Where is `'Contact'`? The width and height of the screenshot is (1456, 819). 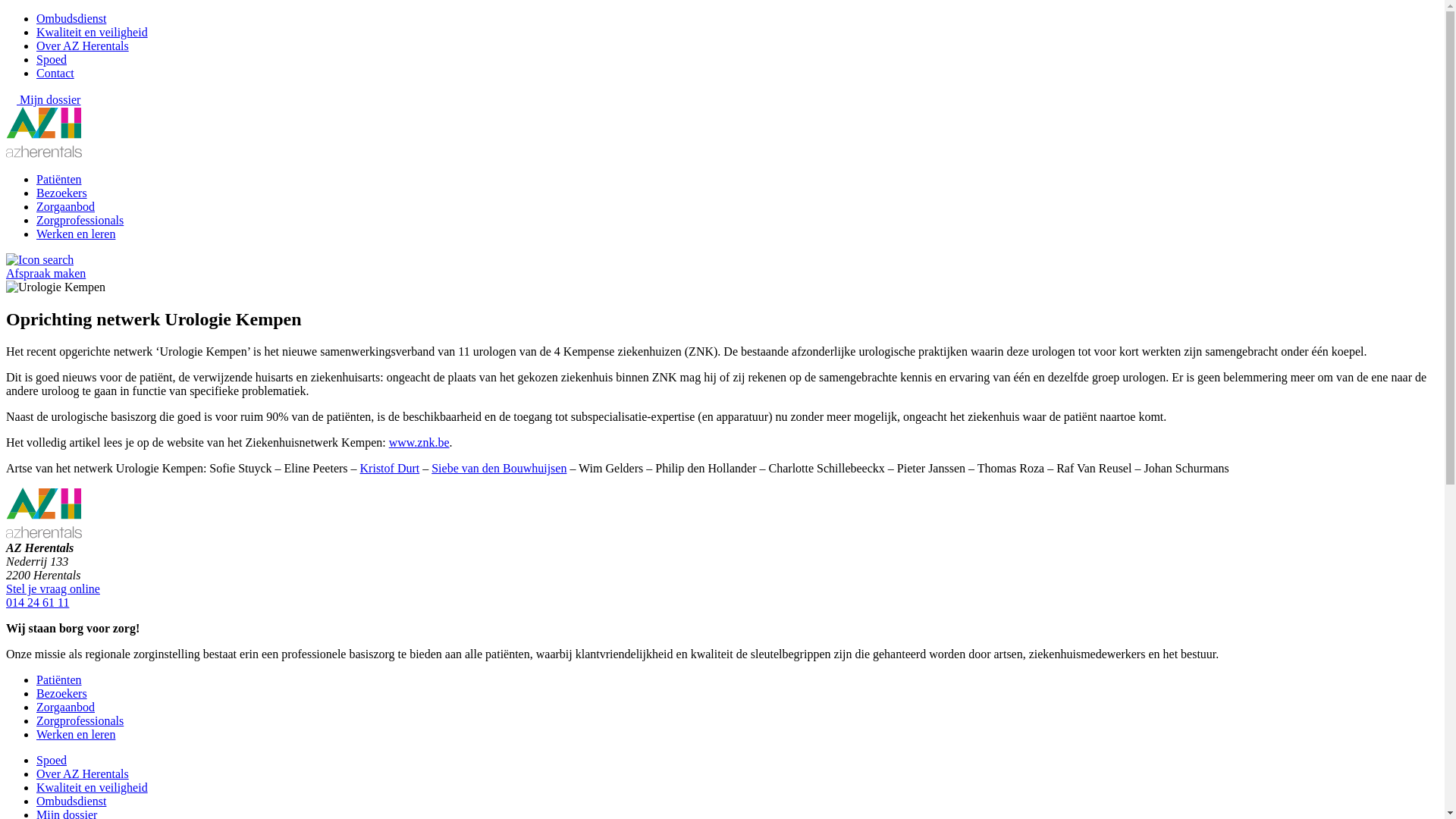 'Contact' is located at coordinates (55, 73).